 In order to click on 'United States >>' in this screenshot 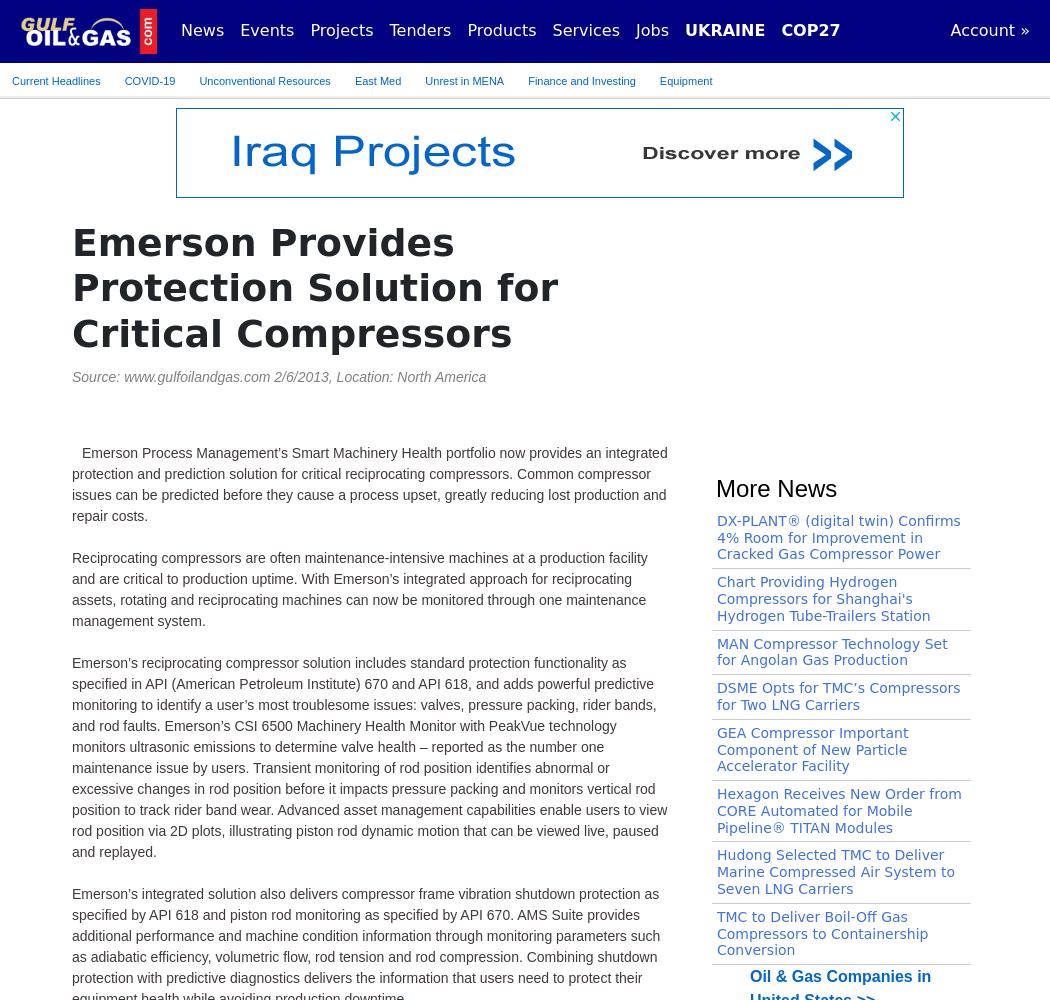, I will do `click(810, 72)`.